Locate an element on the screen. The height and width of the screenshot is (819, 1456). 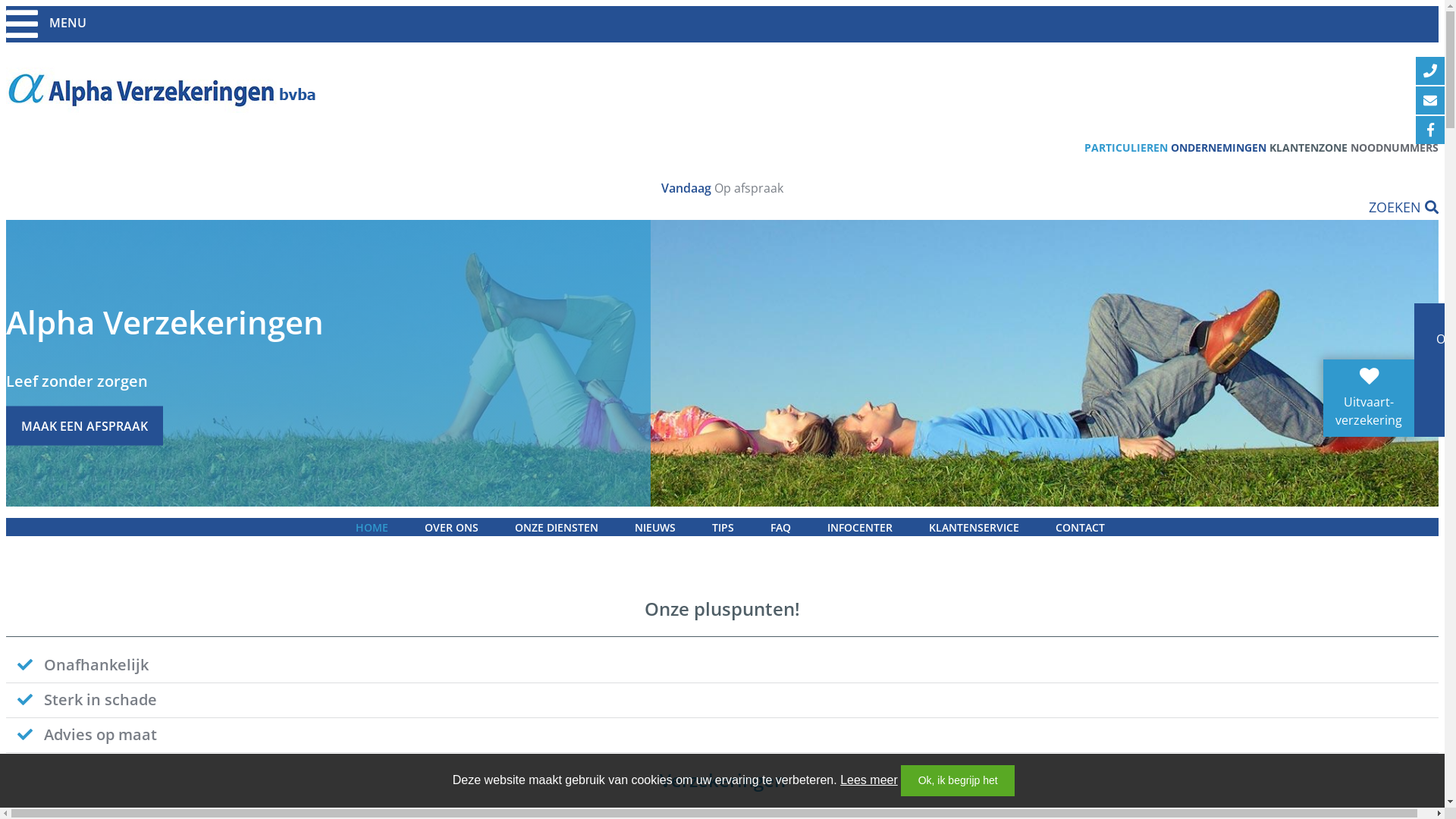
'HOME' is located at coordinates (371, 526).